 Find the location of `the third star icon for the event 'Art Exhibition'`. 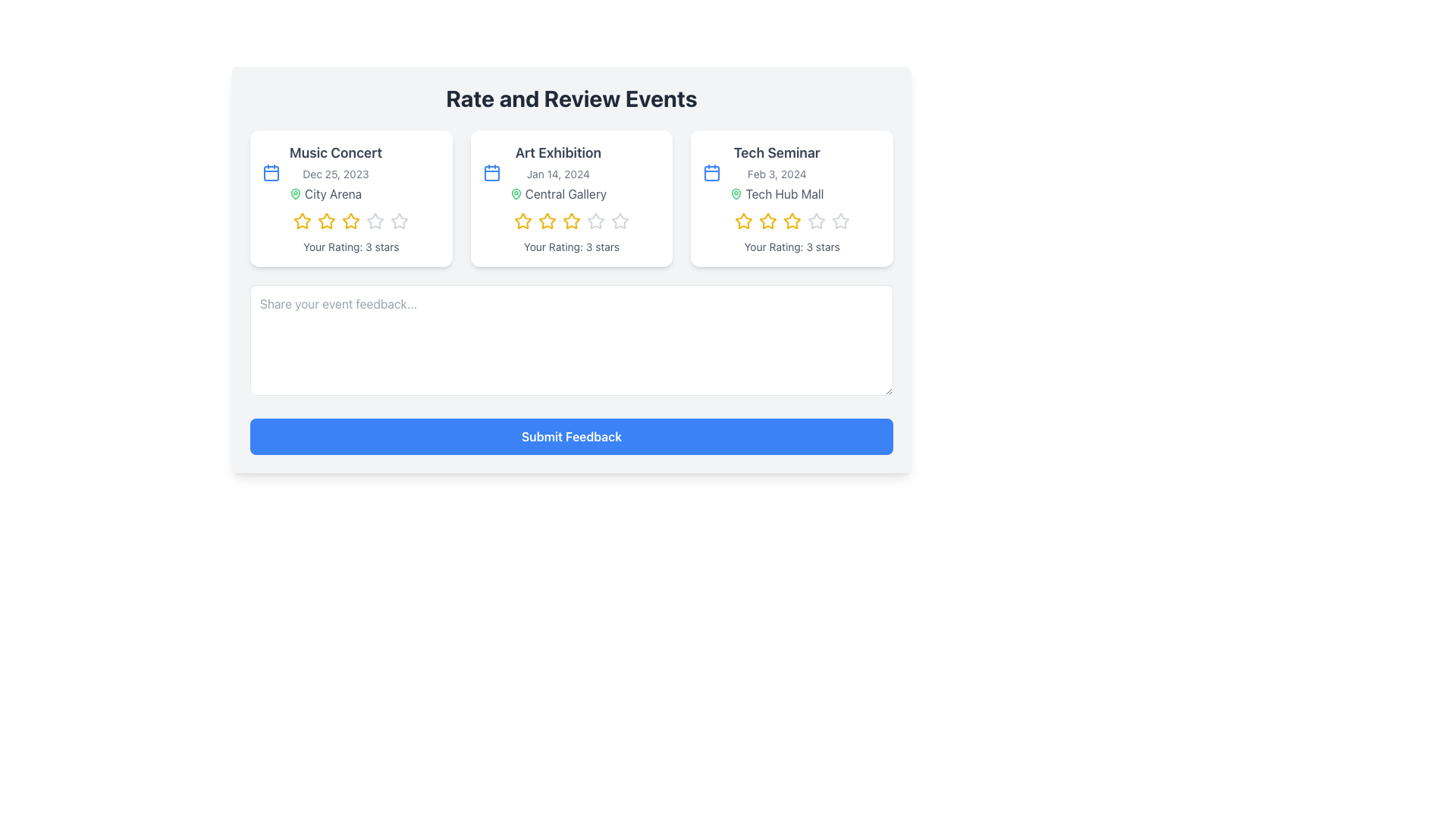

the third star icon for the event 'Art Exhibition' is located at coordinates (570, 221).